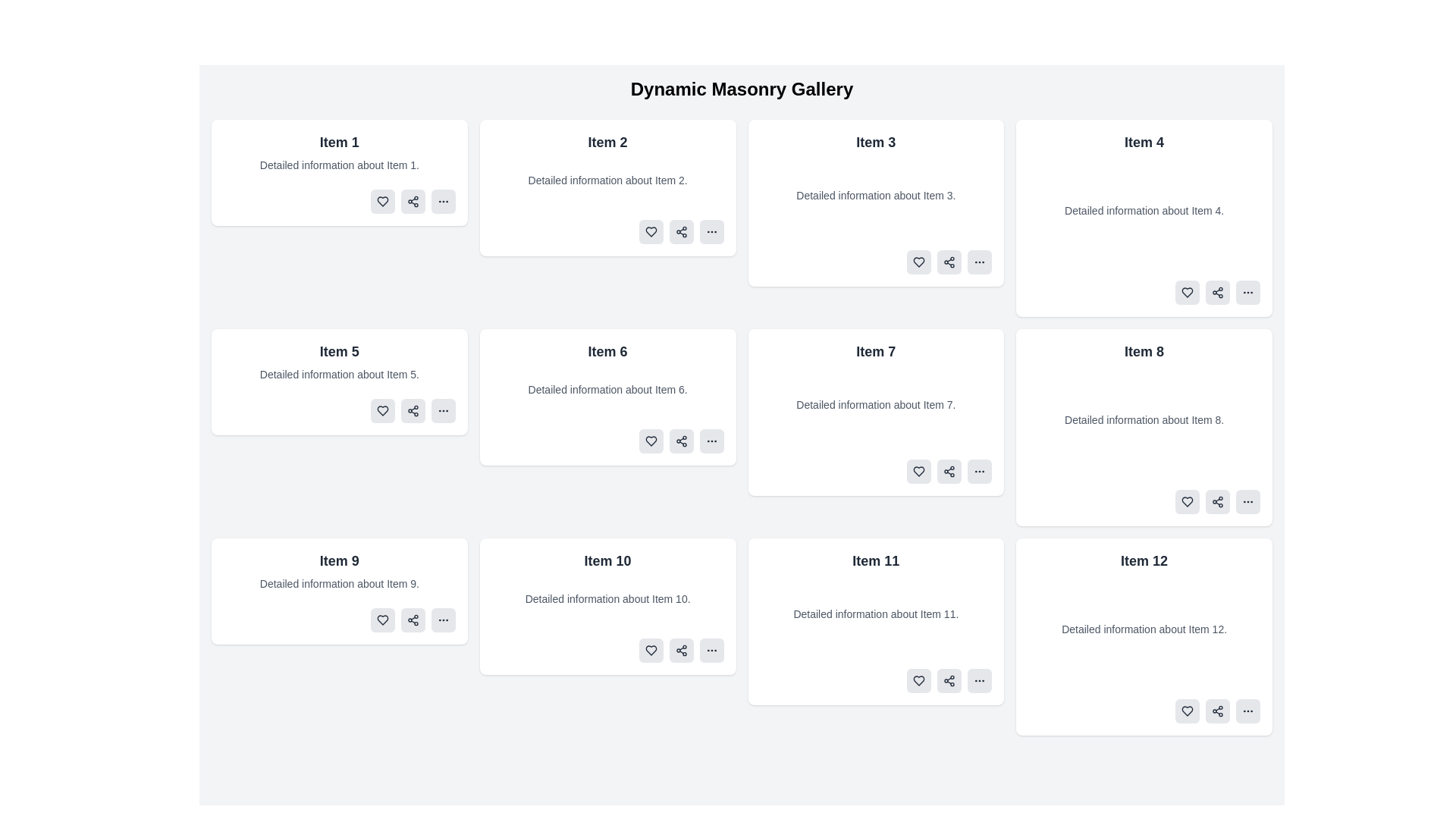 This screenshot has width=1456, height=819. What do you see at coordinates (382, 620) in the screenshot?
I see `the 'like' icon button located at the bottom right corner of the 'Item 9' card` at bounding box center [382, 620].